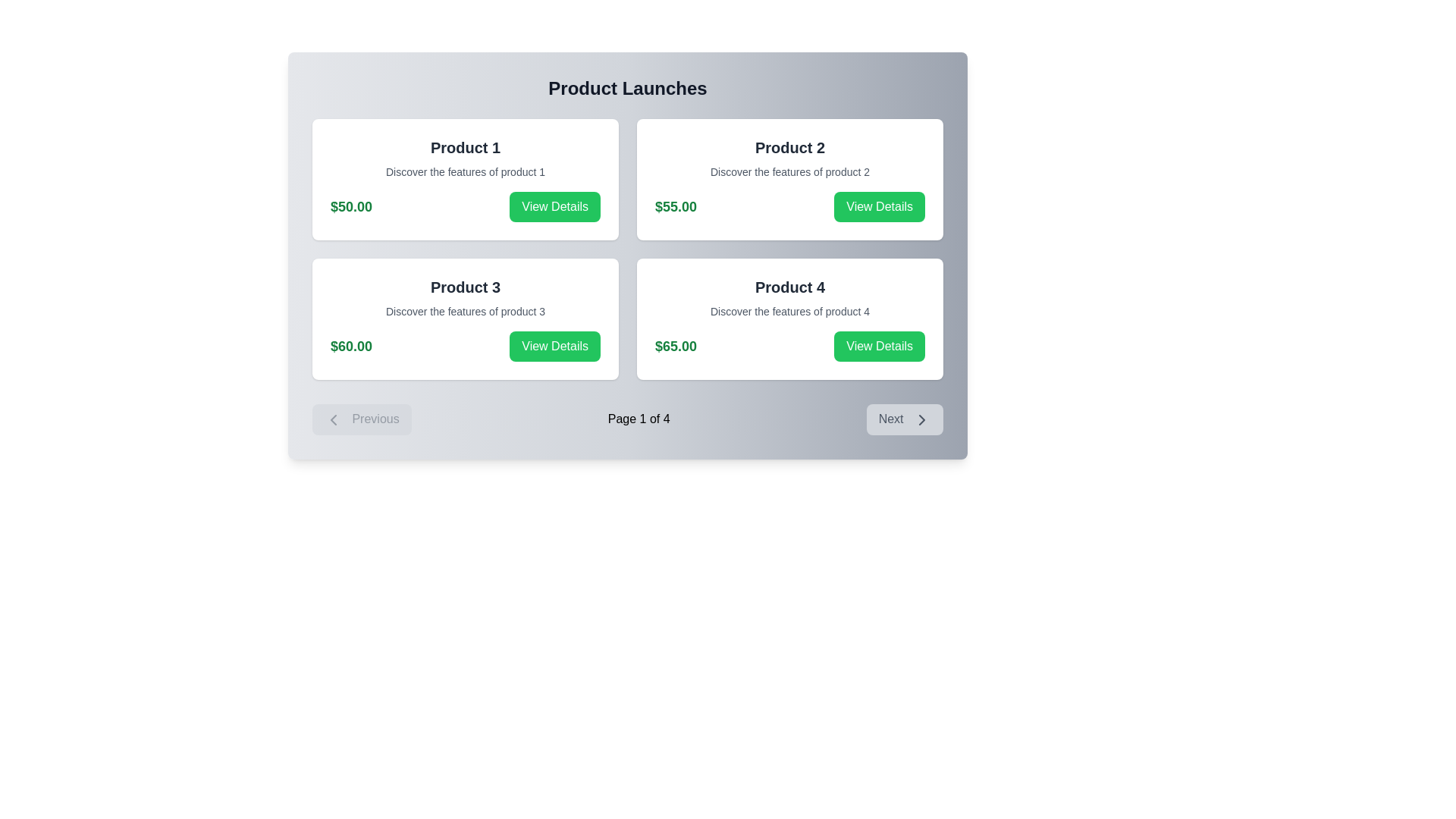  I want to click on the Text Label that serves as the title for the third product in the grid layout, located in the lower-left content box, so click(465, 287).